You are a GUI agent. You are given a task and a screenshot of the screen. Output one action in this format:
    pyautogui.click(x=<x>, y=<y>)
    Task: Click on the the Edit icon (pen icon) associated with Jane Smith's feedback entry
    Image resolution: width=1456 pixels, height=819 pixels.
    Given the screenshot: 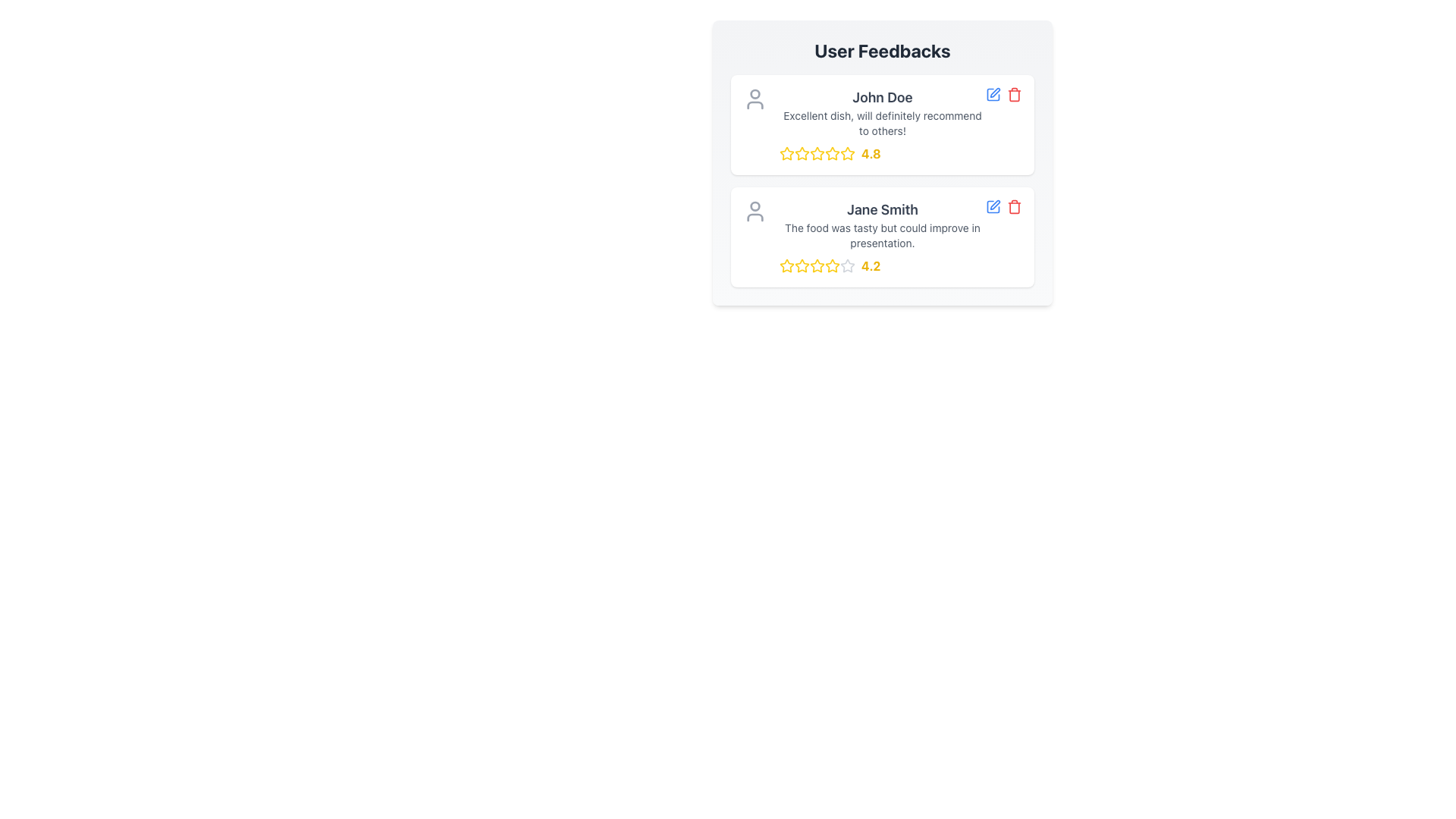 What is the action you would take?
    pyautogui.click(x=995, y=205)
    